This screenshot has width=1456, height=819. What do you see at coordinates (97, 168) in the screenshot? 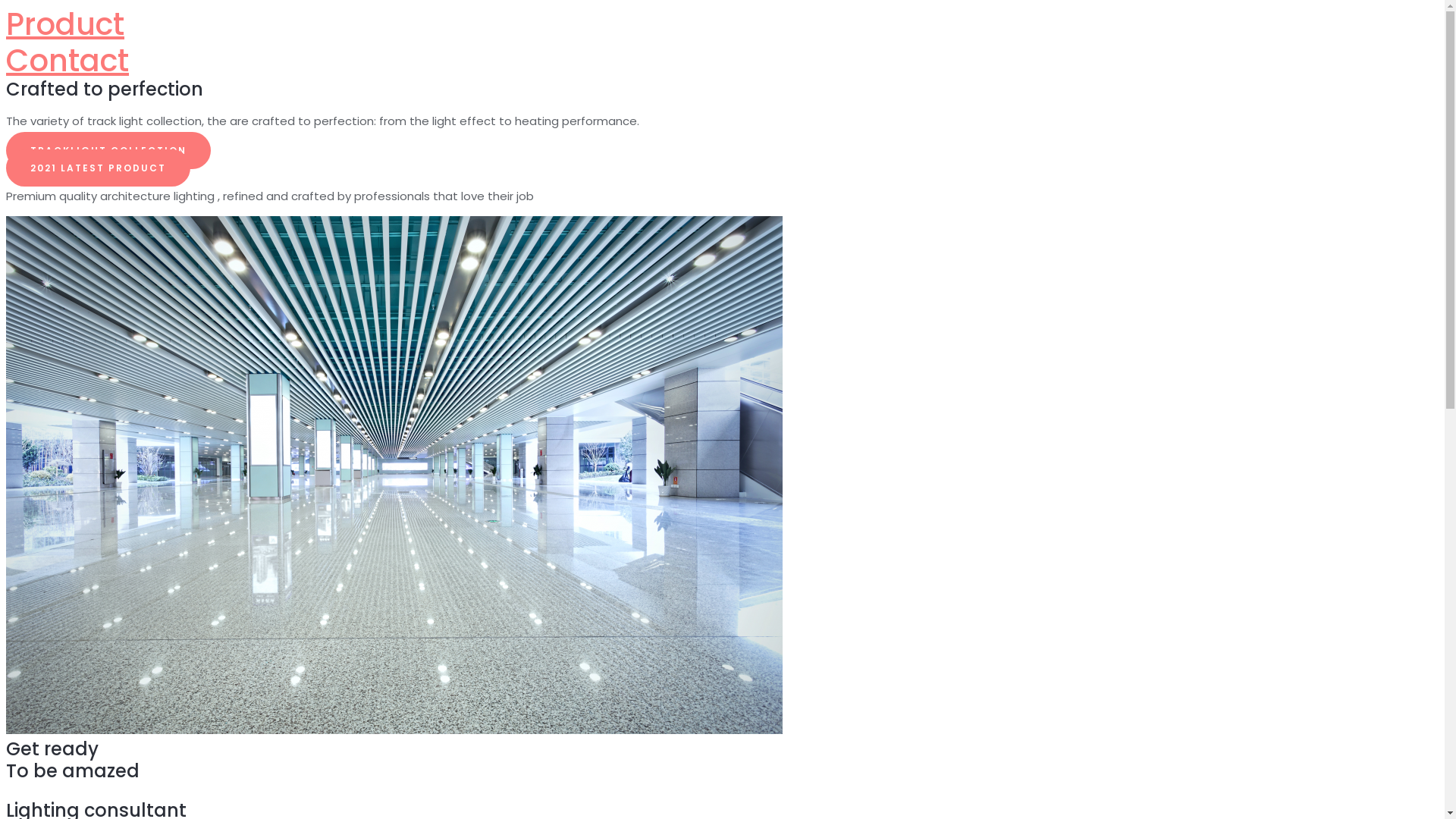
I see `'2021 LATEST PRODUCT'` at bounding box center [97, 168].